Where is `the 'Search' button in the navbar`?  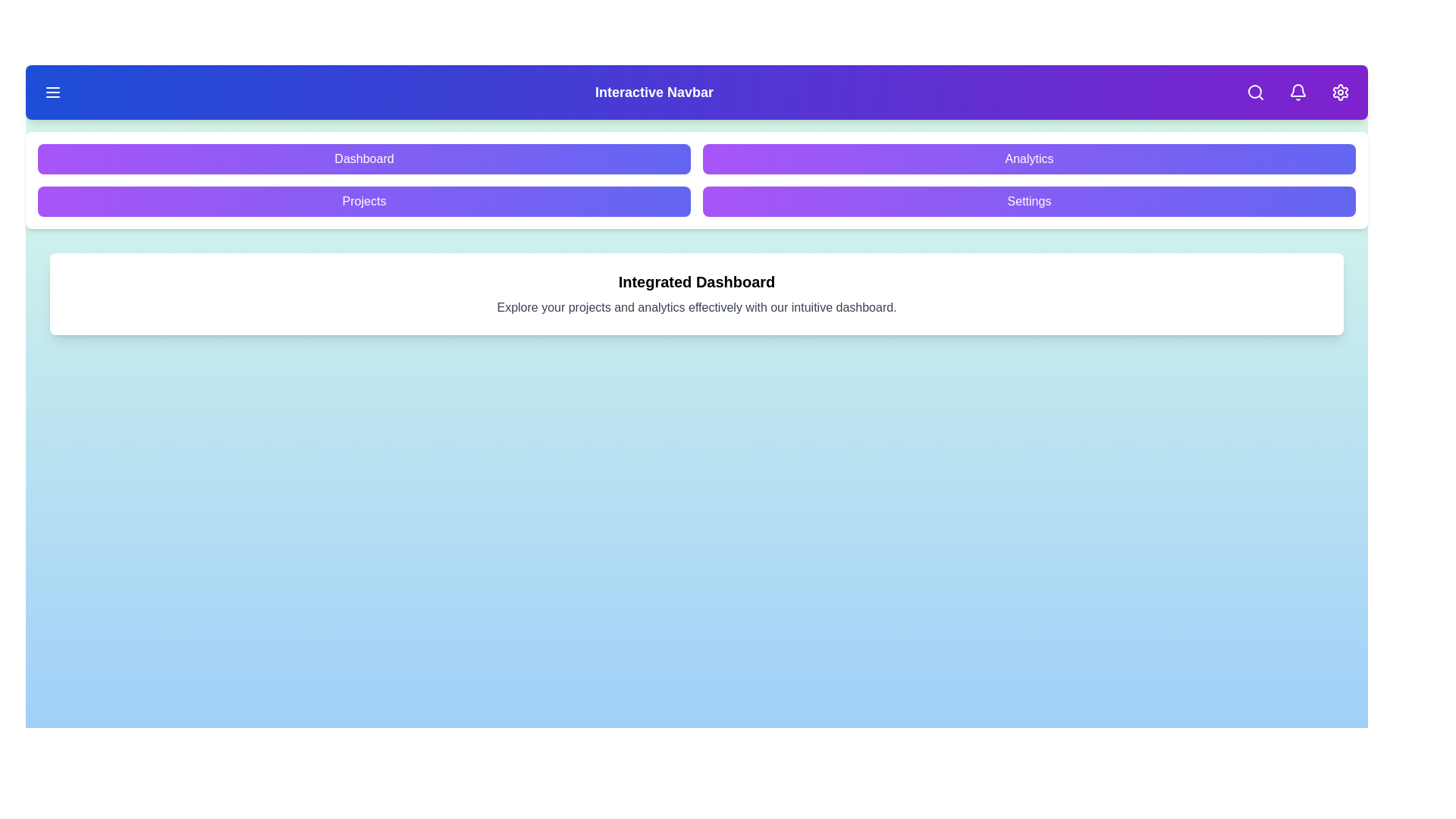
the 'Search' button in the navbar is located at coordinates (1256, 93).